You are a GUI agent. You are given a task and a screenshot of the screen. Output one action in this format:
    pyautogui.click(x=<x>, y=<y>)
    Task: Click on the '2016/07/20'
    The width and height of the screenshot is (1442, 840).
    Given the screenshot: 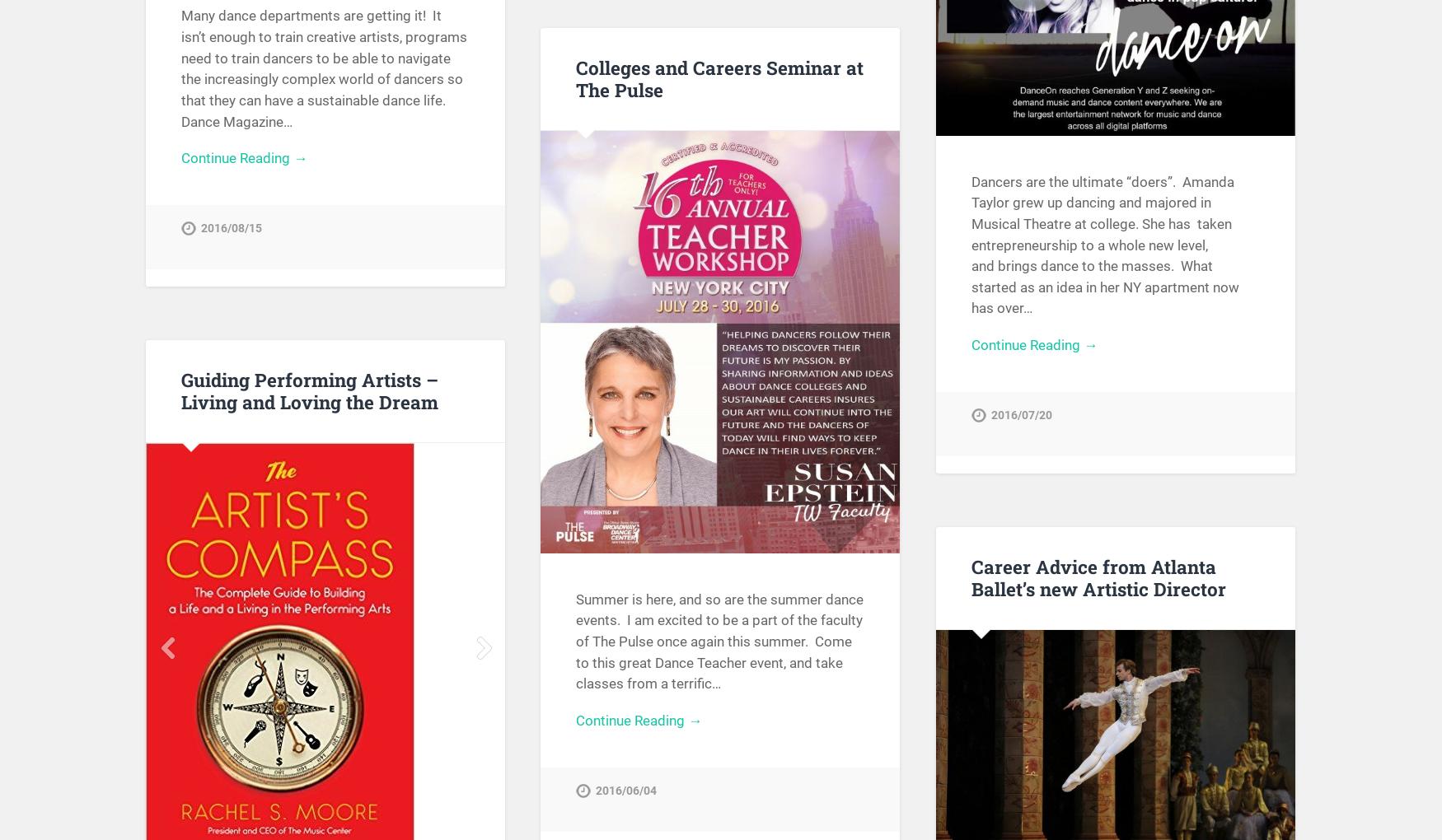 What is the action you would take?
    pyautogui.click(x=1022, y=415)
    